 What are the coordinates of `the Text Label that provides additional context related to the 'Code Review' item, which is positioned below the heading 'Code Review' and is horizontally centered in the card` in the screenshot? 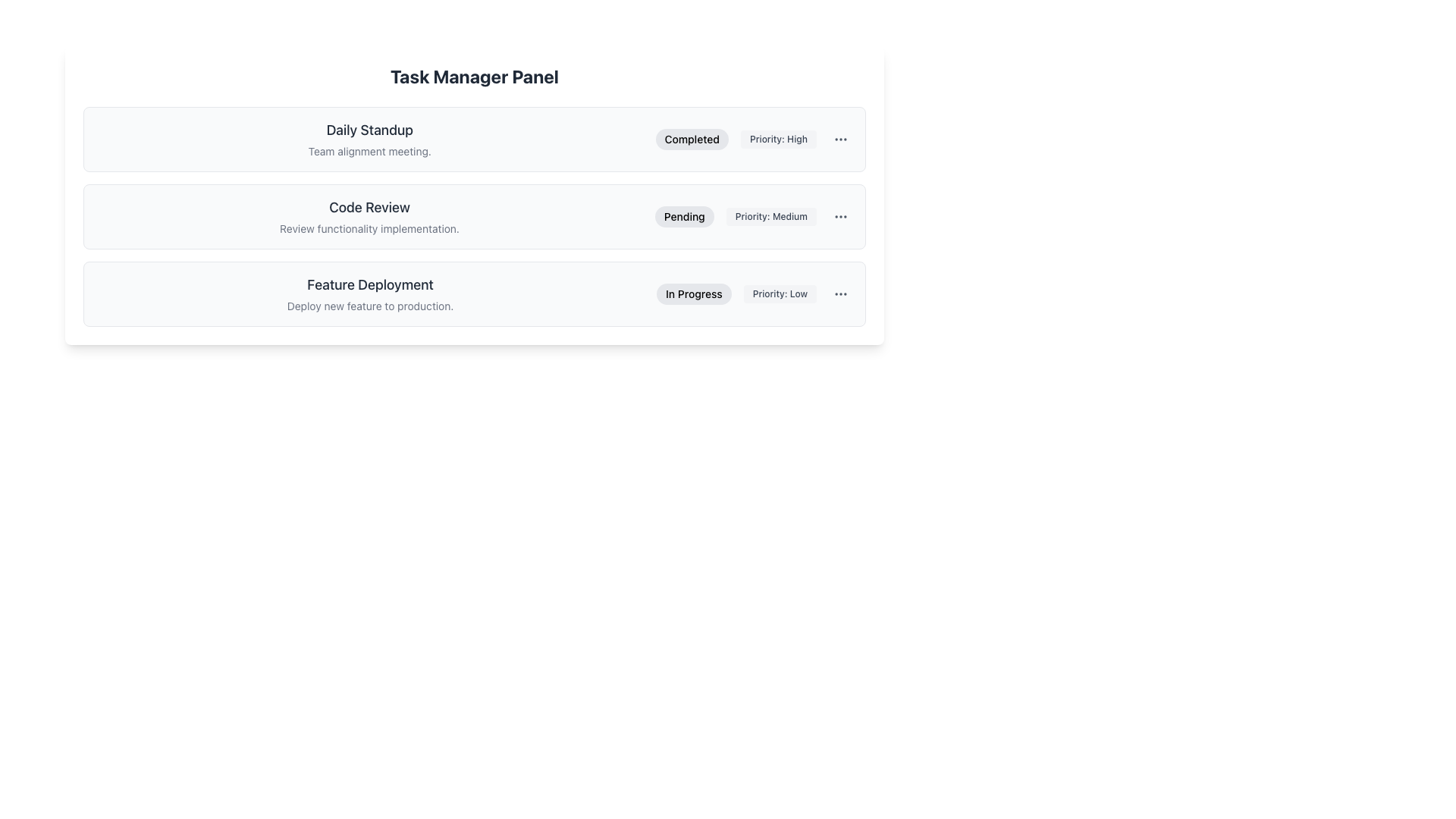 It's located at (369, 228).